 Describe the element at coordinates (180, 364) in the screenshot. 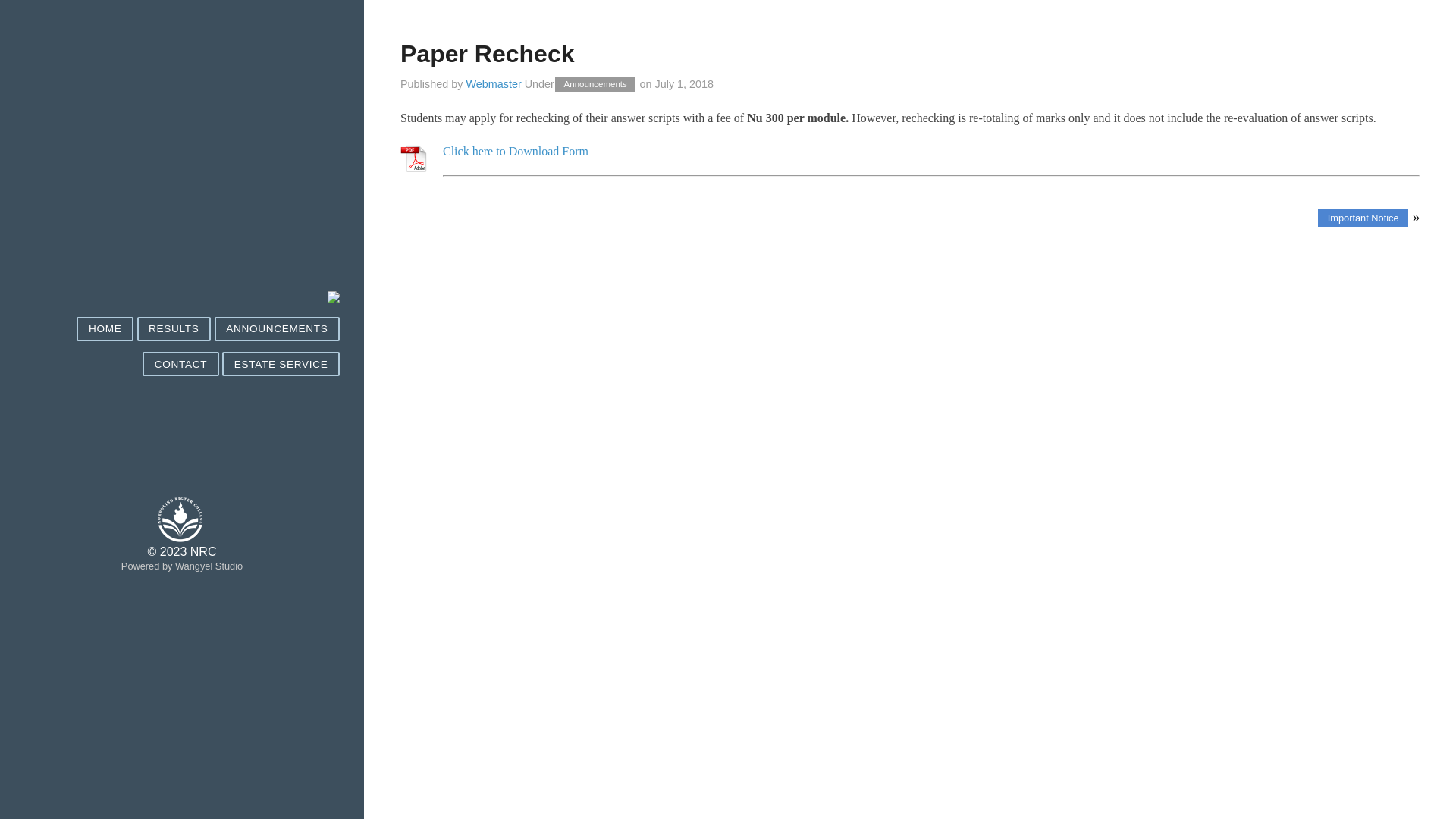

I see `'CONTACT'` at that location.